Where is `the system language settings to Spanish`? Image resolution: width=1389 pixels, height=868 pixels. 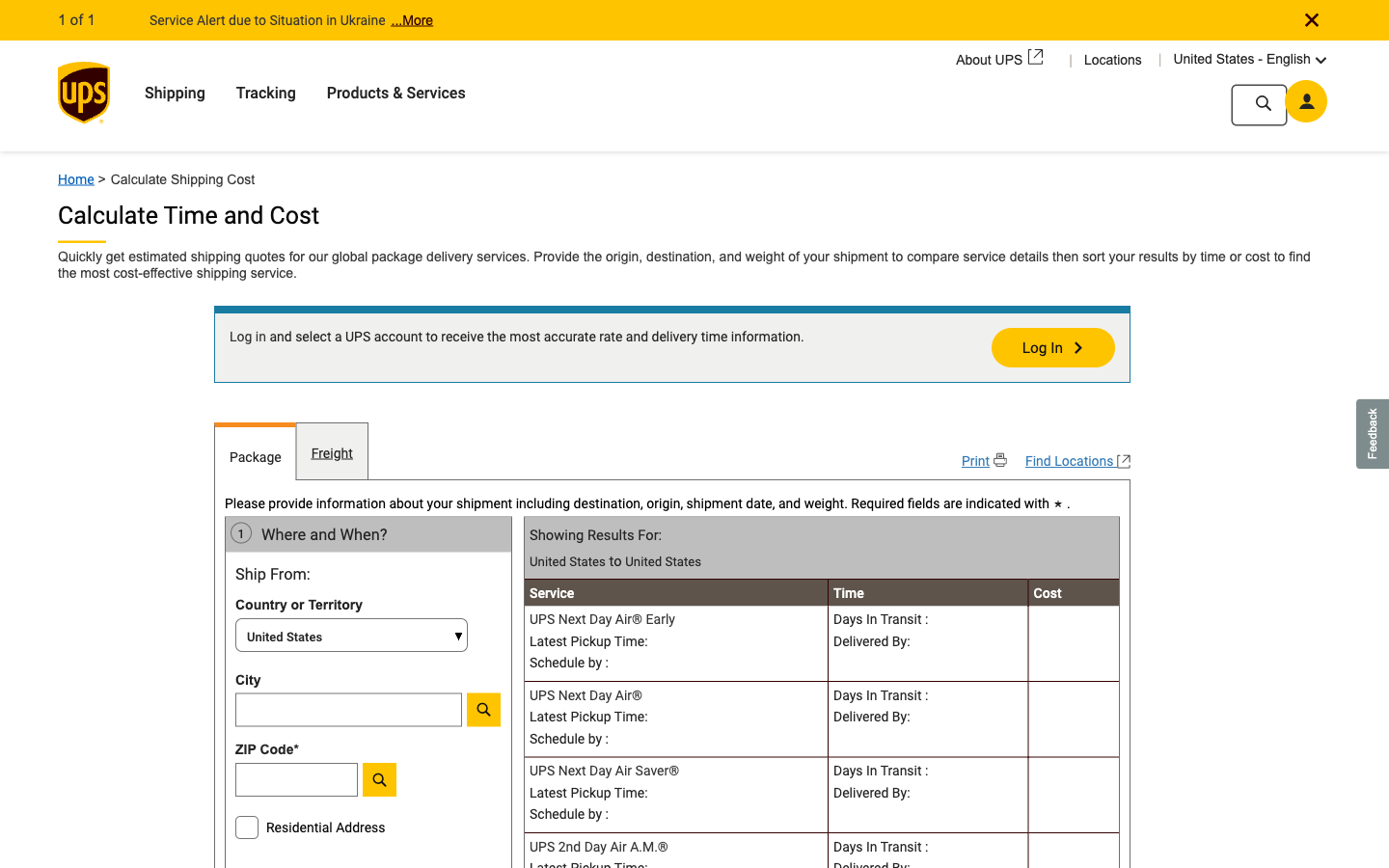
the system language settings to Spanish is located at coordinates (1310, 57).